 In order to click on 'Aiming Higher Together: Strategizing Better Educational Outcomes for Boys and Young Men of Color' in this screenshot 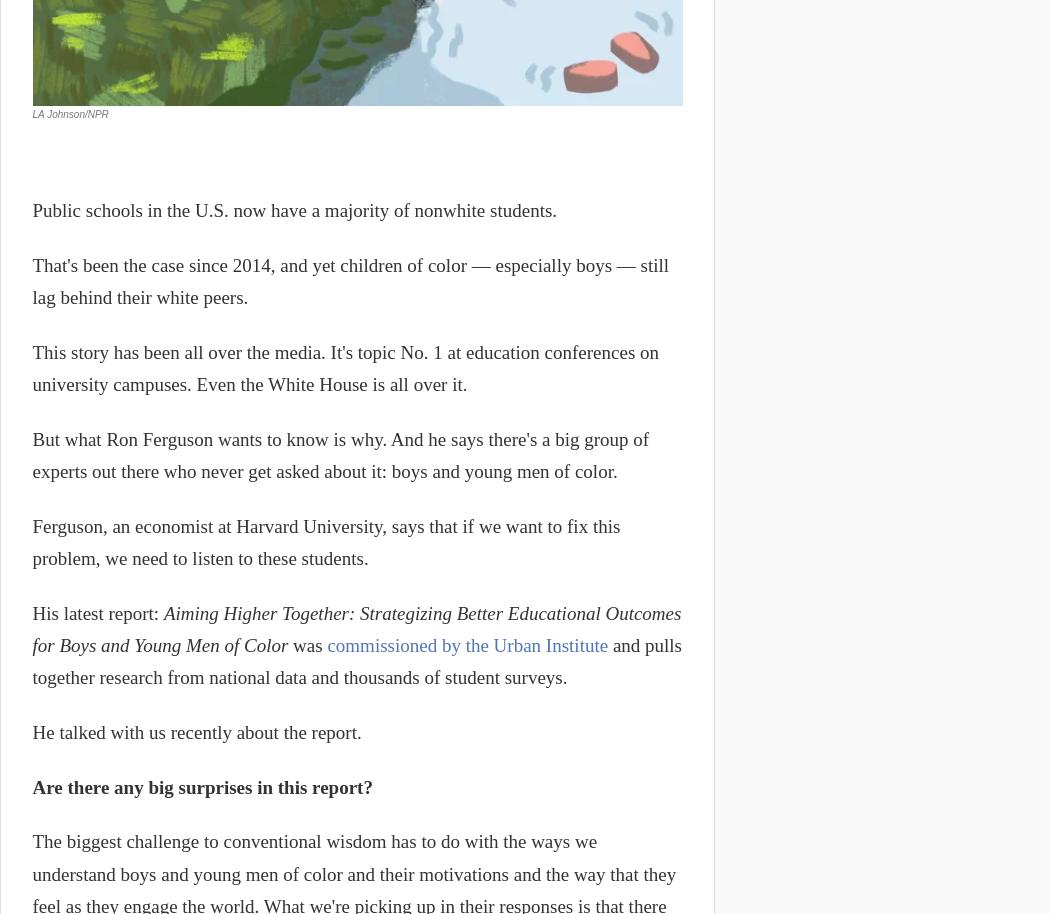, I will do `click(355, 628)`.